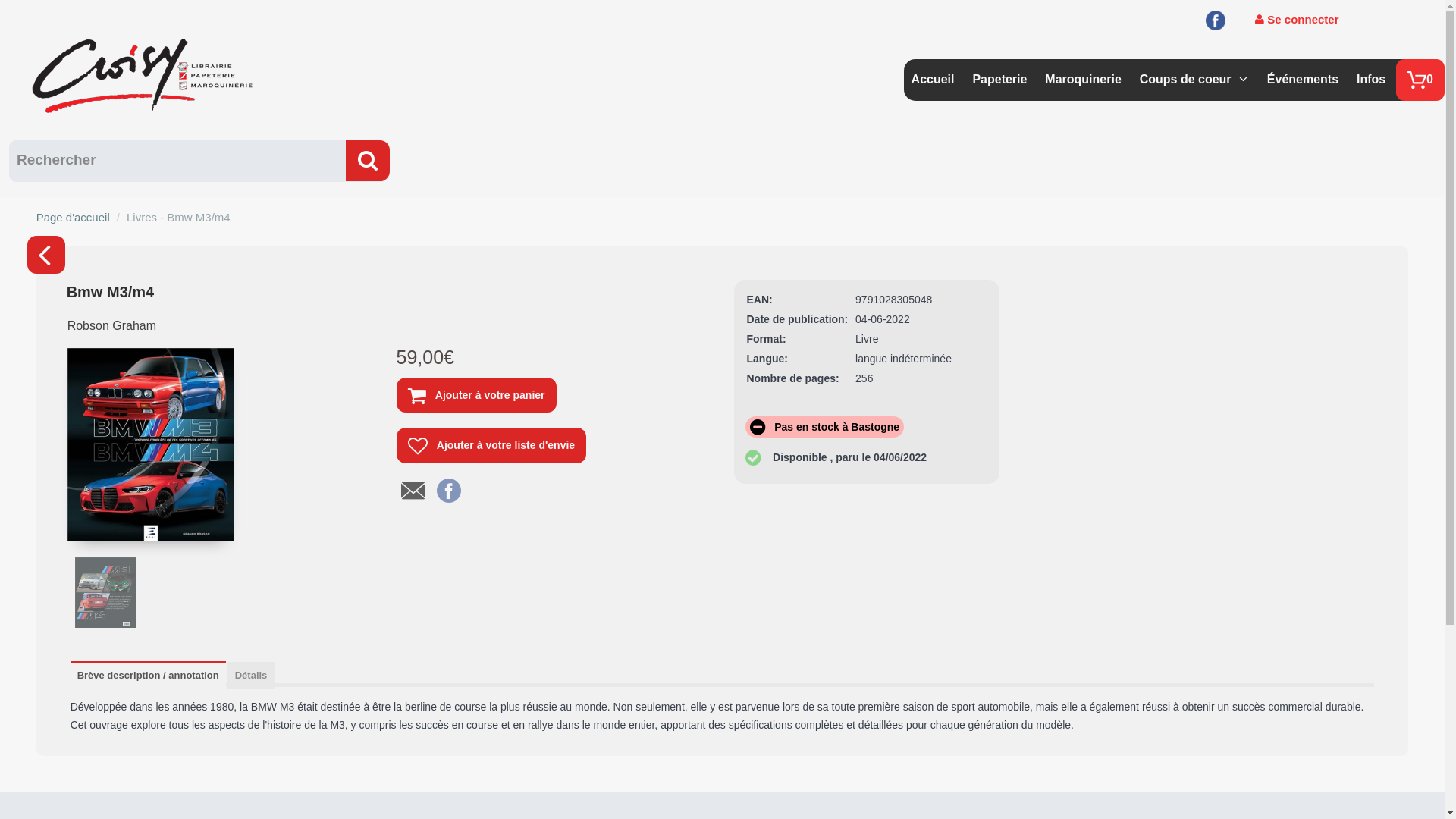  I want to click on 'Share via mail', so click(400, 488).